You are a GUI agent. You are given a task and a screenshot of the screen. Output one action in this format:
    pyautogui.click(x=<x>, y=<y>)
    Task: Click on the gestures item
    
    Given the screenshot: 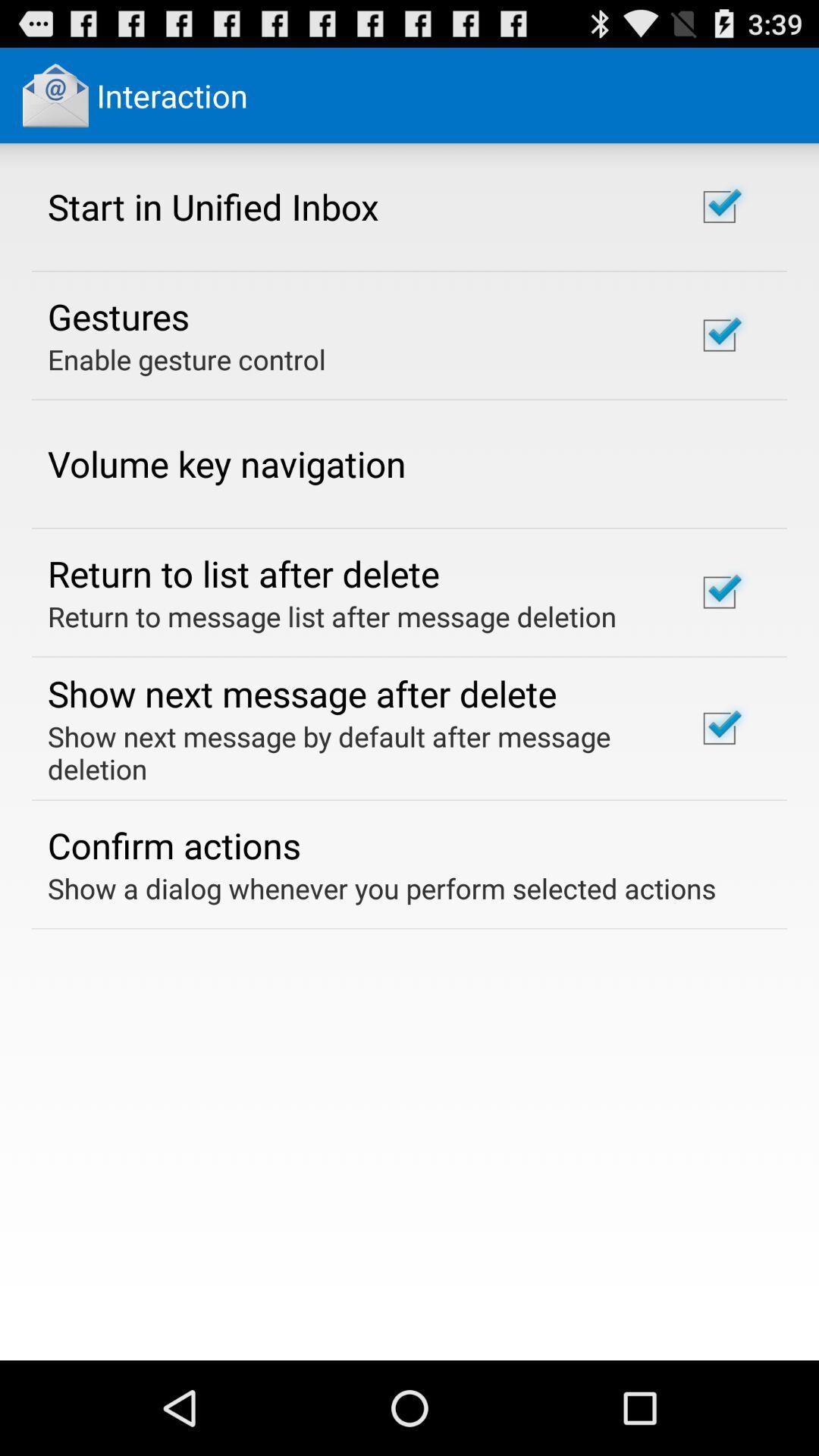 What is the action you would take?
    pyautogui.click(x=118, y=315)
    